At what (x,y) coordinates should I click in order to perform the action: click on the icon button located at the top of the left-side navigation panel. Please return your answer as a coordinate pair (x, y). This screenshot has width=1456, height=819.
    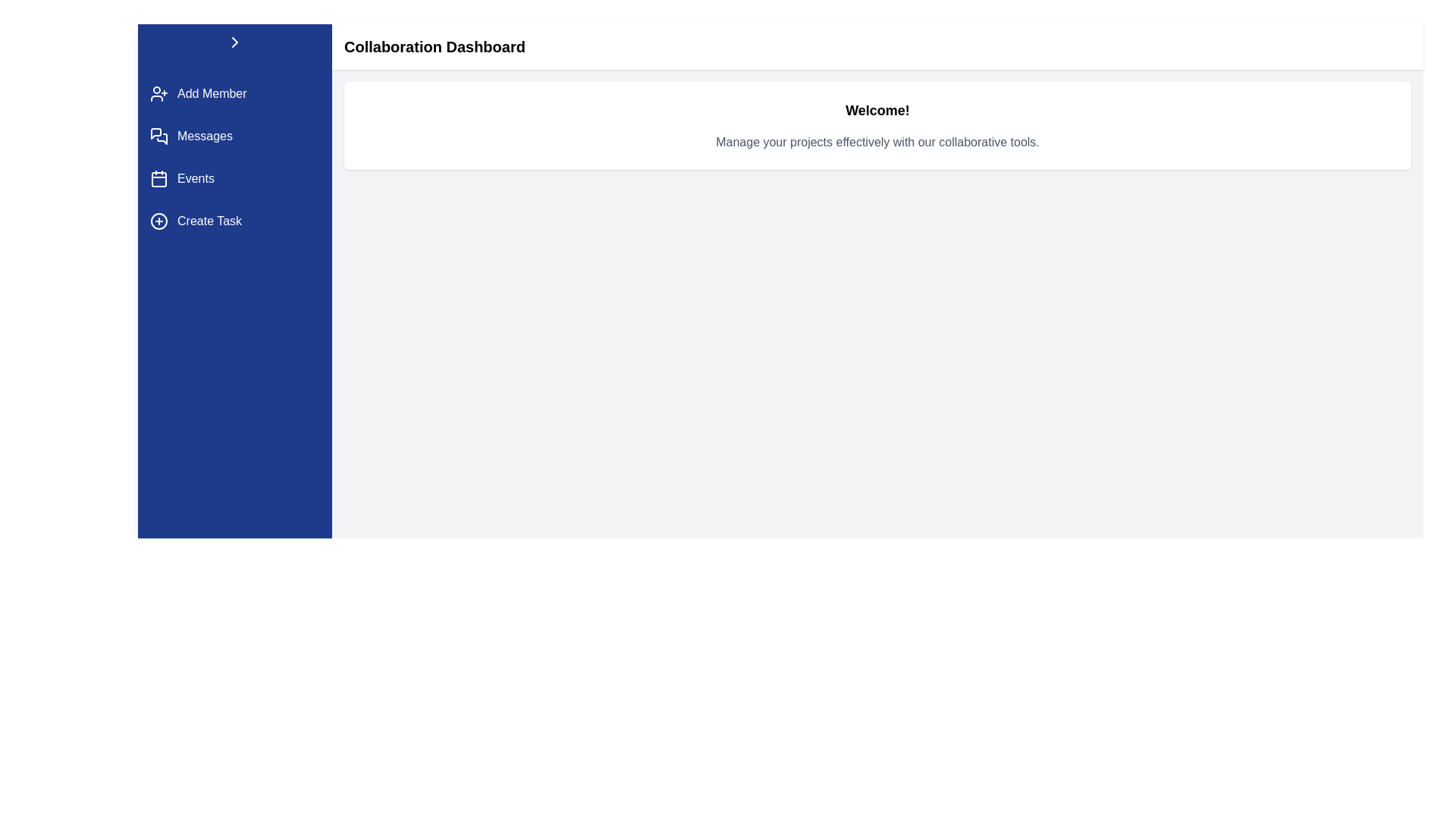
    Looking at the image, I should click on (159, 93).